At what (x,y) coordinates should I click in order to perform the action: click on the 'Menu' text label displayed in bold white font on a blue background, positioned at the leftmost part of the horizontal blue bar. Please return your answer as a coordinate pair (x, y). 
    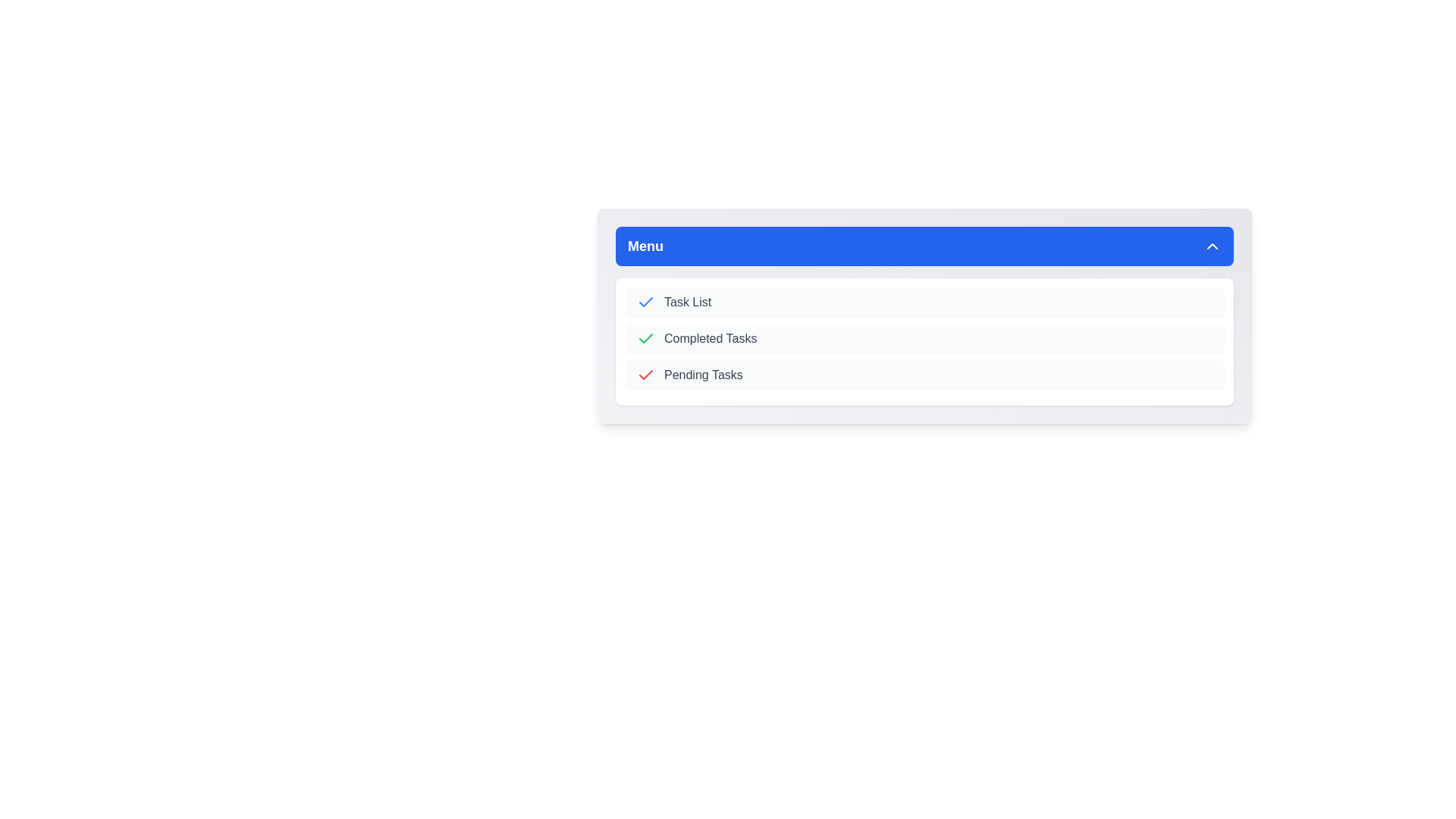
    Looking at the image, I should click on (645, 245).